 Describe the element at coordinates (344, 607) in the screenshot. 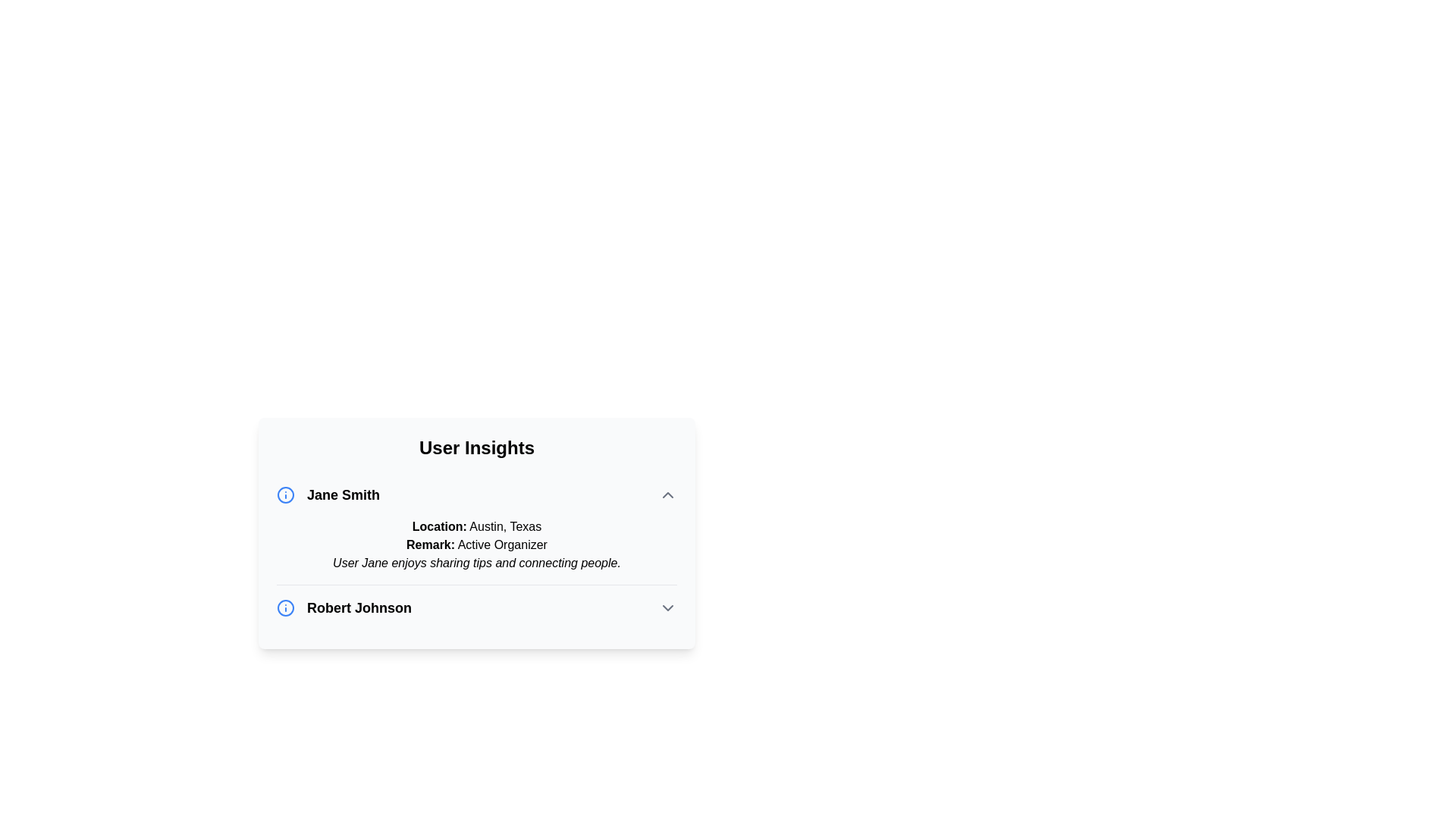

I see `the text label representing 'Robert Johnson', located in the lower part of the 'User Insights' card, below 'Jane Smith', next to a blue information icon` at that location.